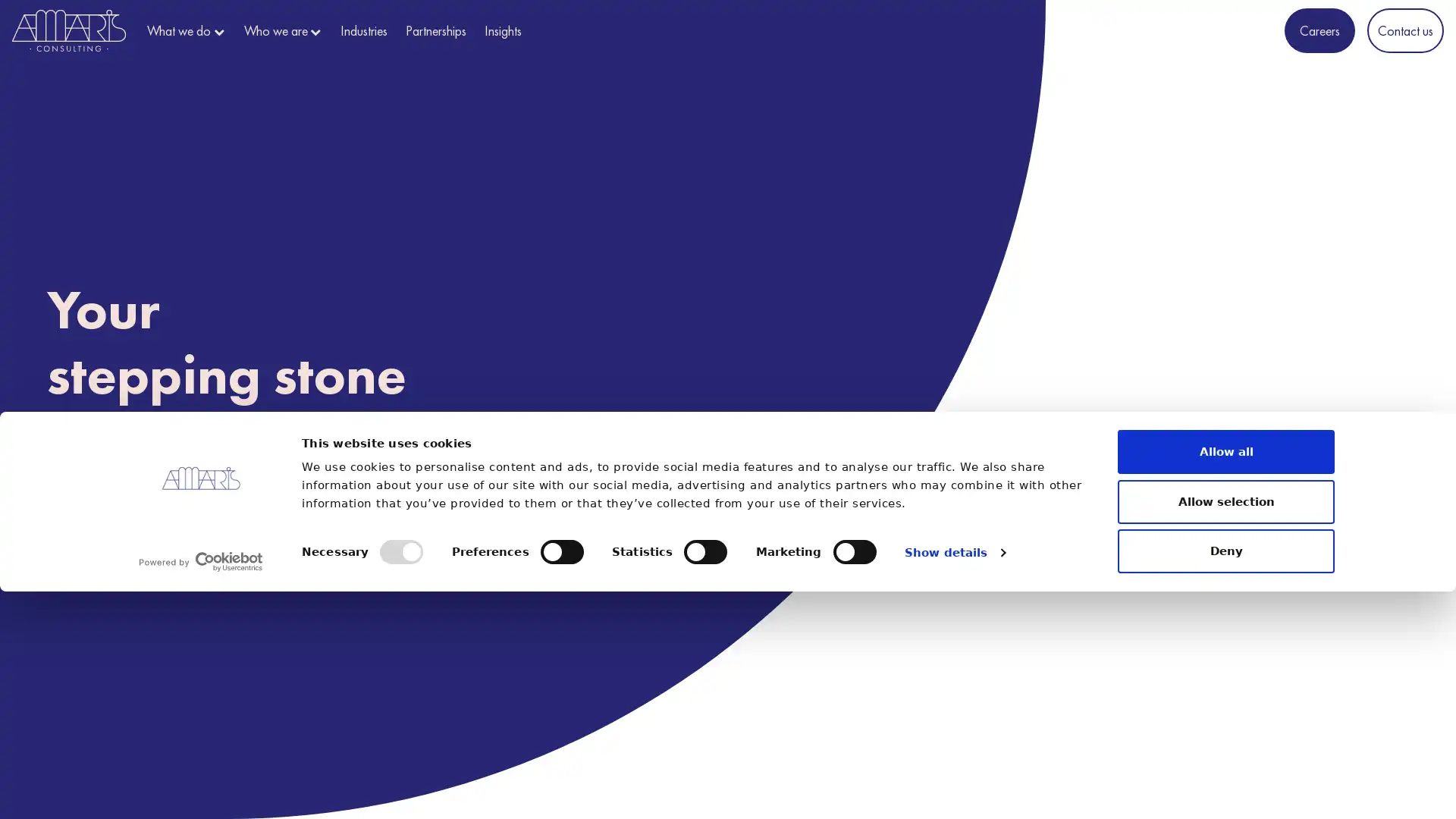  Describe the element at coordinates (1226, 778) in the screenshot. I see `Deny` at that location.